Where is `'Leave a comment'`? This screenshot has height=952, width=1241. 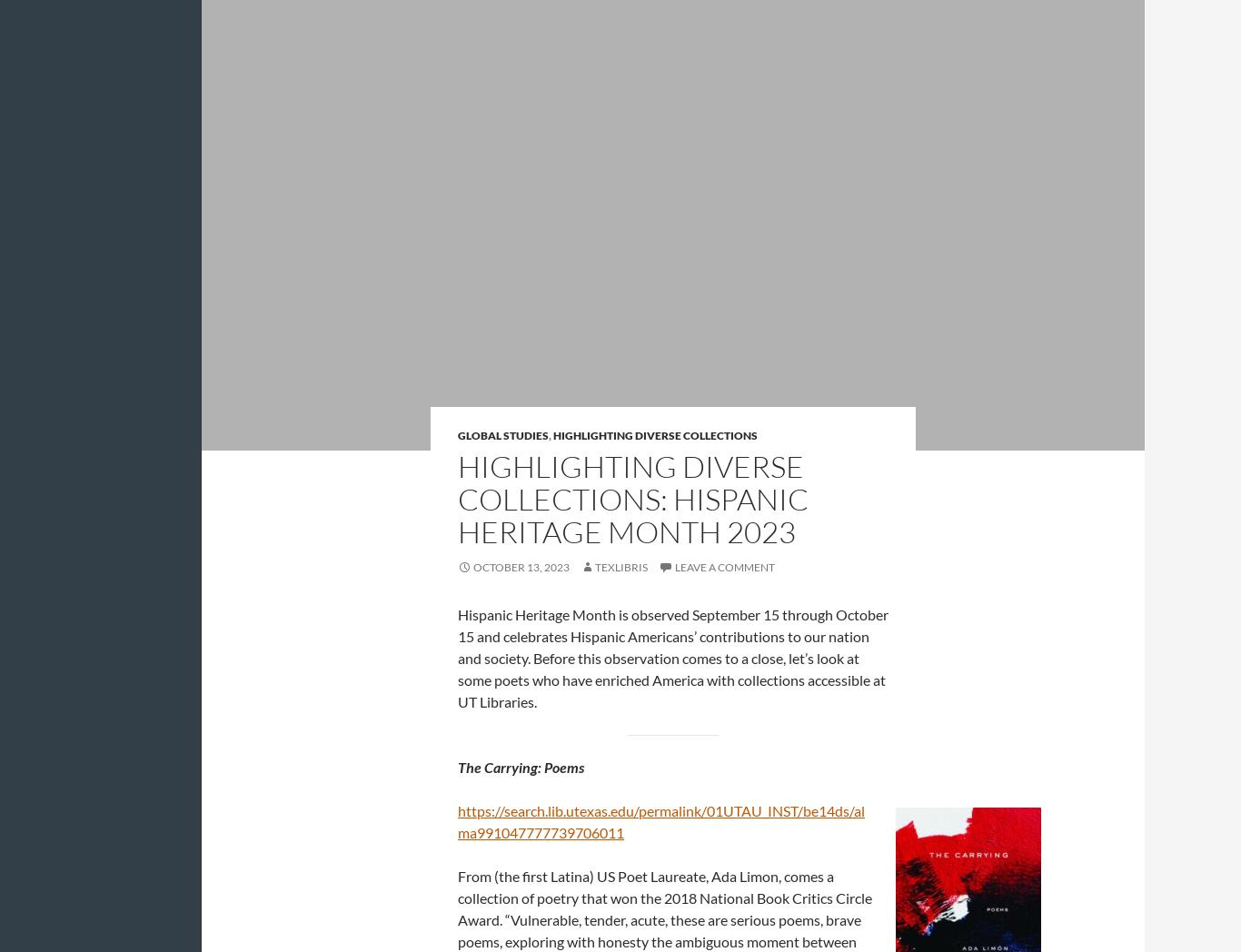
'Leave a comment' is located at coordinates (724, 565).